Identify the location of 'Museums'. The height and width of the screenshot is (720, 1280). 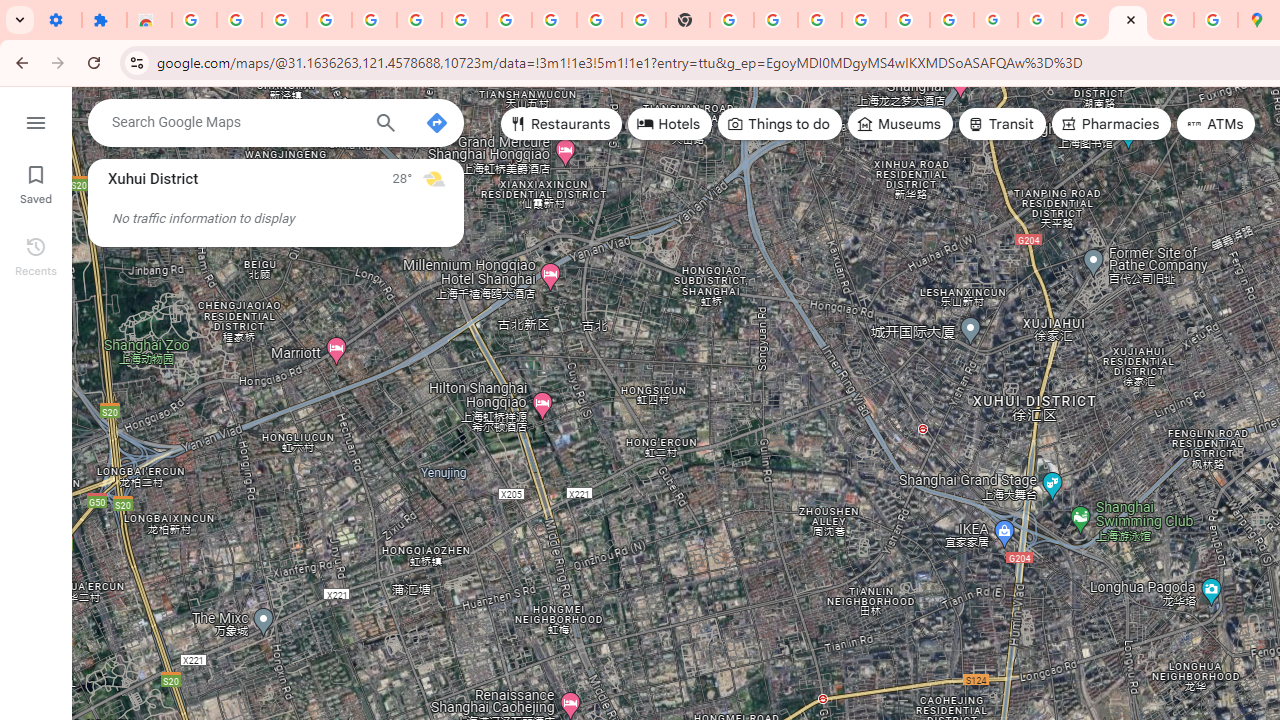
(899, 124).